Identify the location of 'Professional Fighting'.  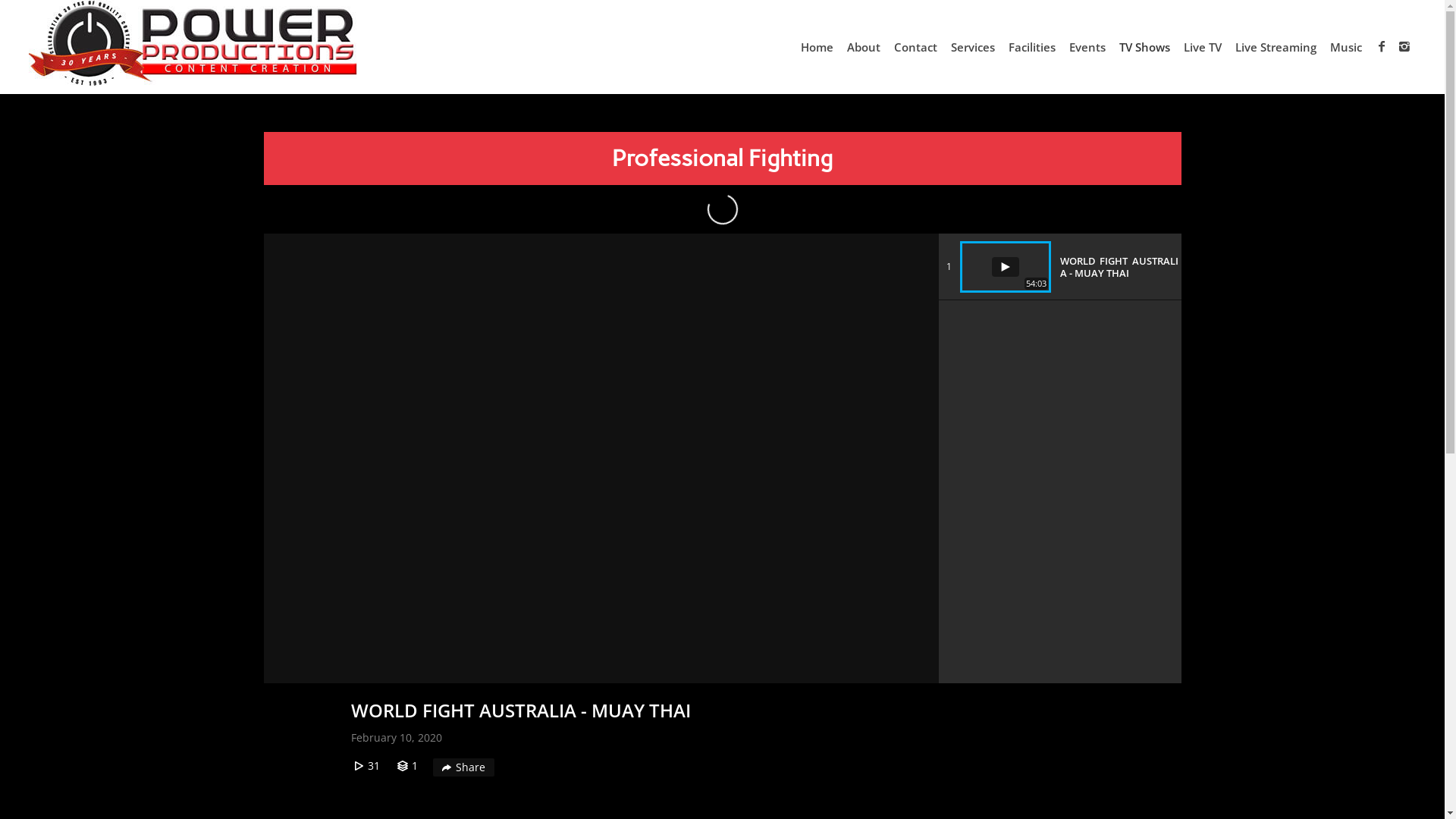
(721, 158).